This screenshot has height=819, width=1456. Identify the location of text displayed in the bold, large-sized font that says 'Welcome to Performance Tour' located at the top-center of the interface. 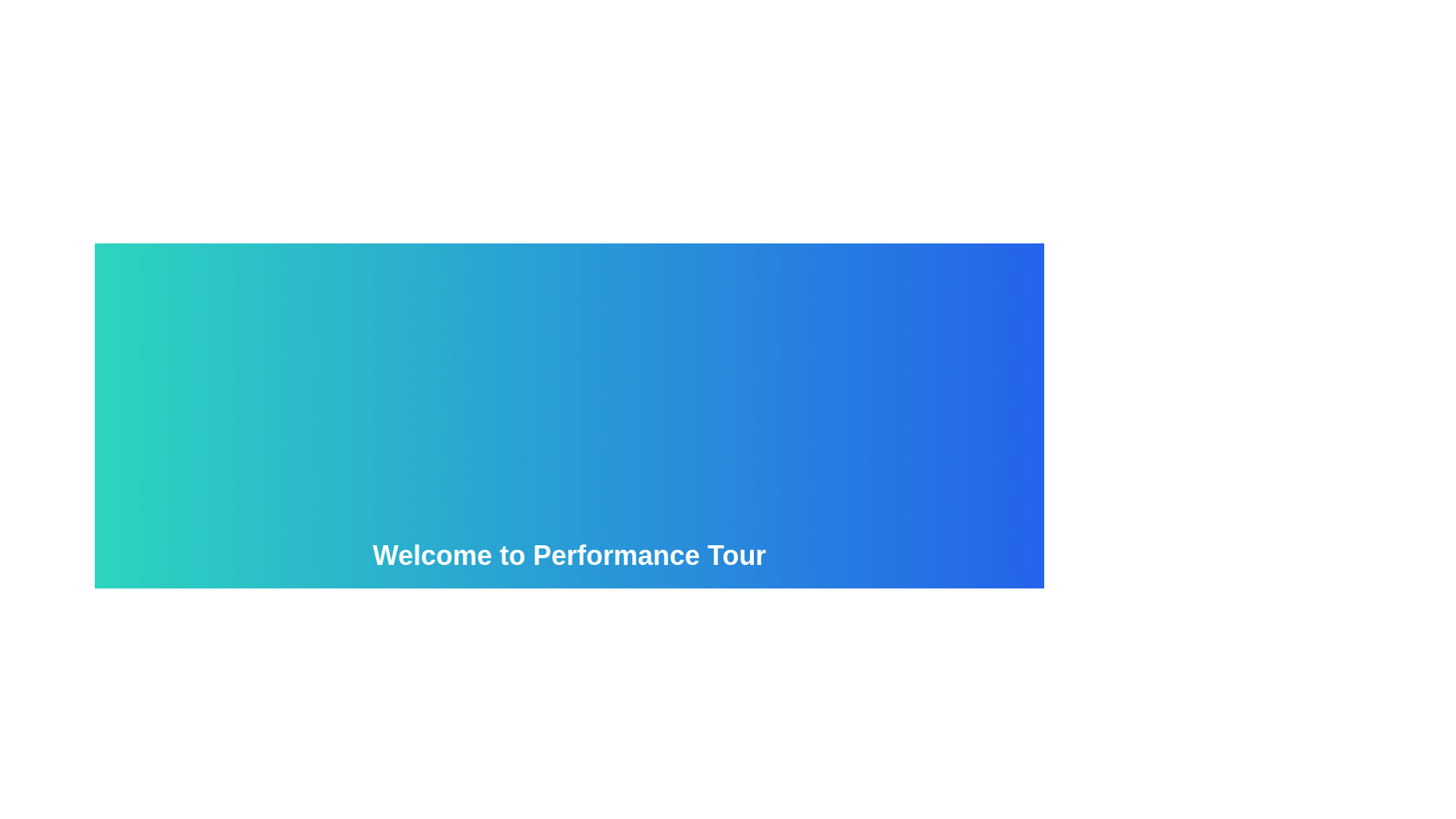
(568, 555).